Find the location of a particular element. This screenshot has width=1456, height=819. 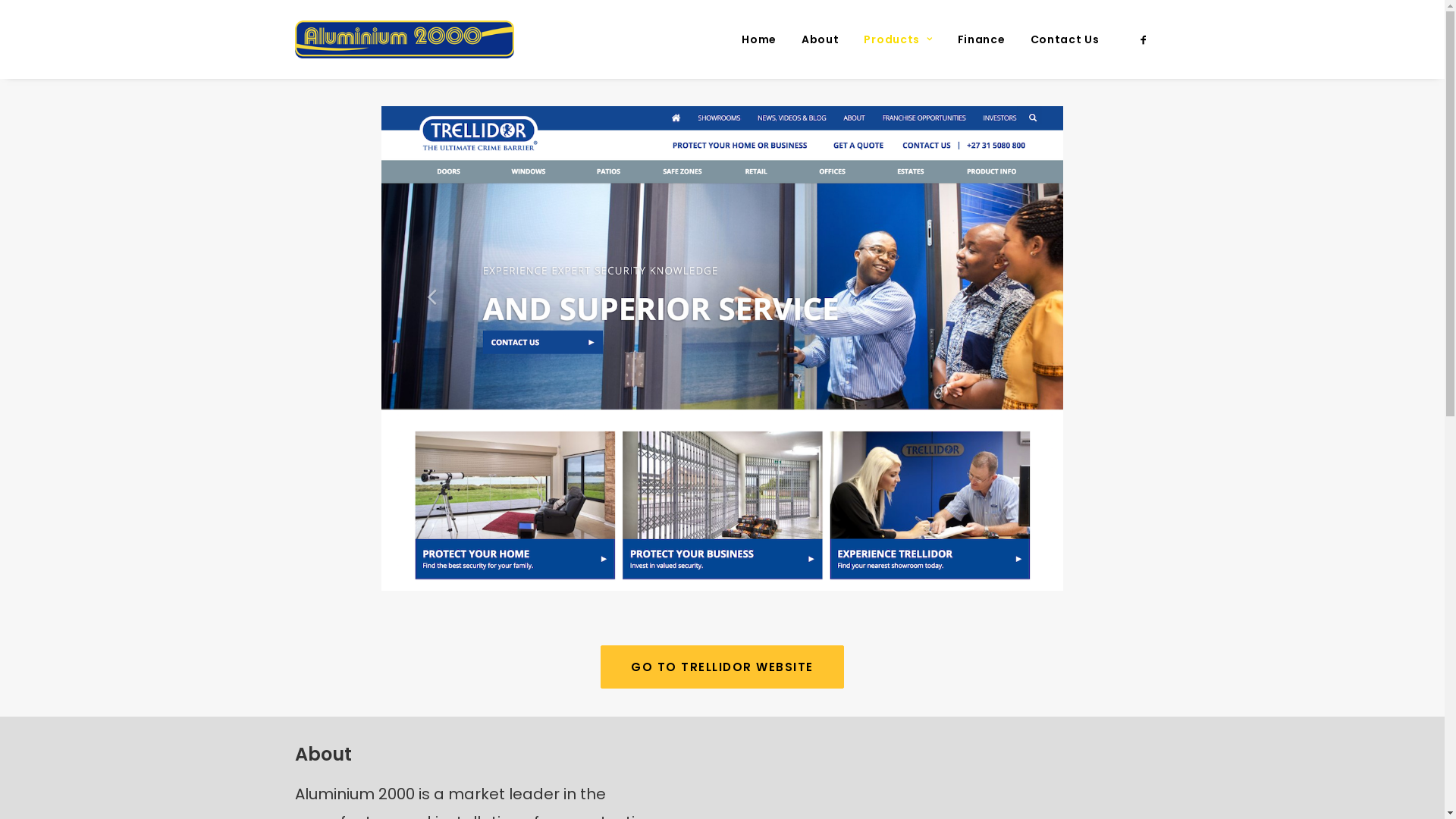

'Home' is located at coordinates (759, 38).